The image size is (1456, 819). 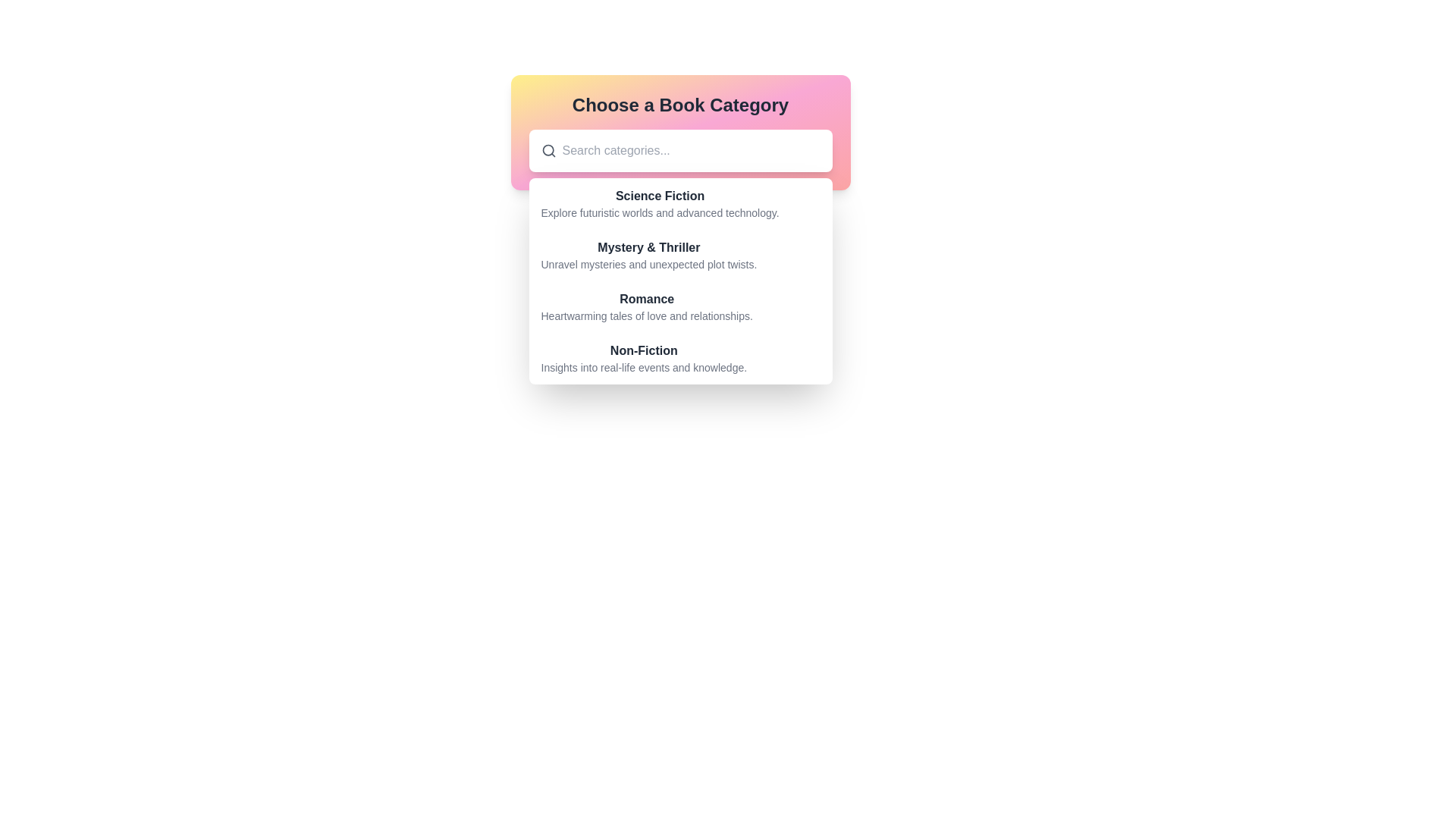 I want to click on the text label that reads 'Insights into real-life events and knowledge.' which is styled in a smaller-sized, gray font and positioned below the bold 'Non-Fiction' text in the dropdown menu titled 'Choose a Book Category', so click(x=644, y=368).